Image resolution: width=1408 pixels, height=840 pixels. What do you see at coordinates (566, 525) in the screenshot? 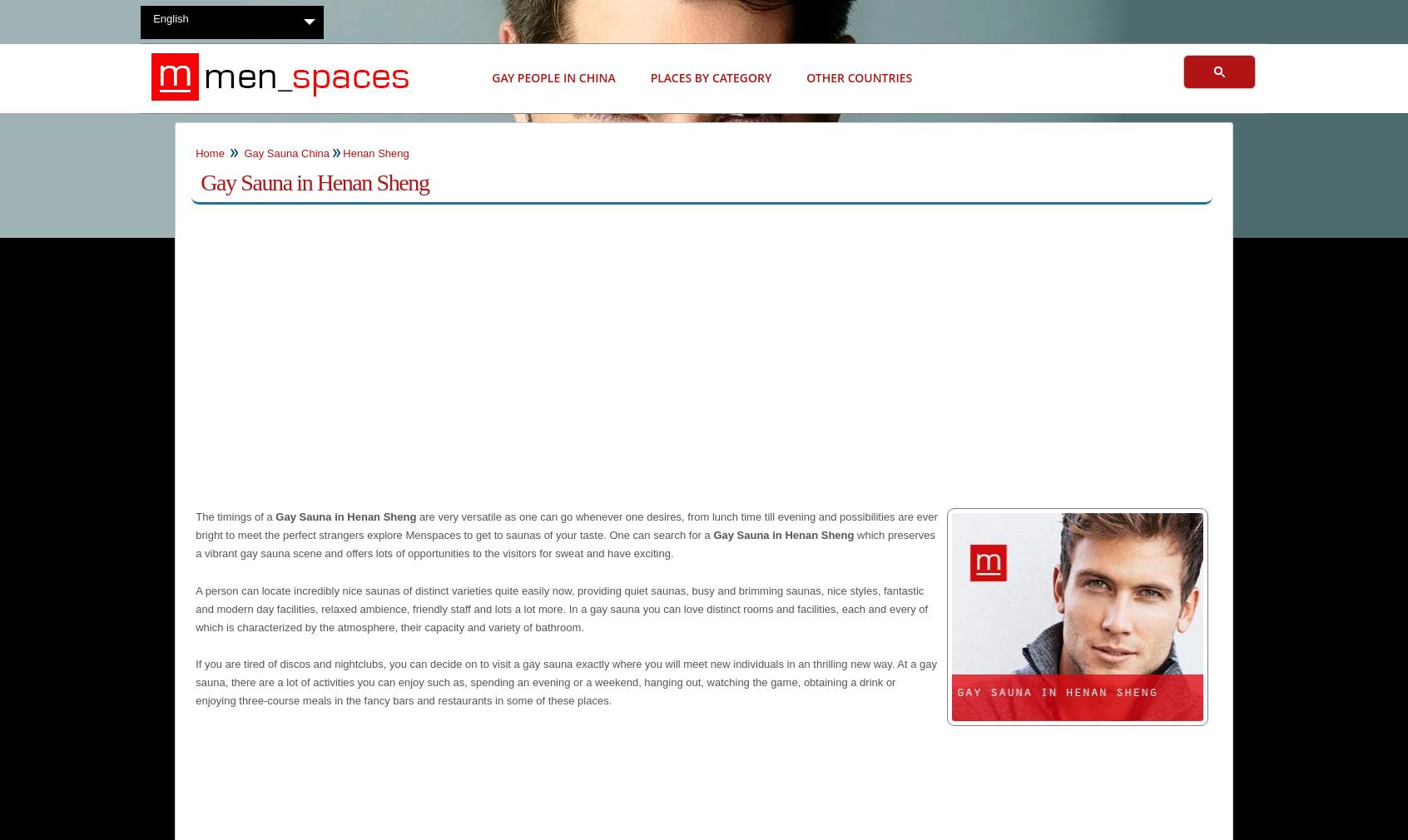
I see `'are very versatile as one can go whenever one desires, from lunch time till evening and possibilities are ever bright to meet the perfect strangers explore Menspaces to get to saunas of your taste. One can search for a'` at bounding box center [566, 525].